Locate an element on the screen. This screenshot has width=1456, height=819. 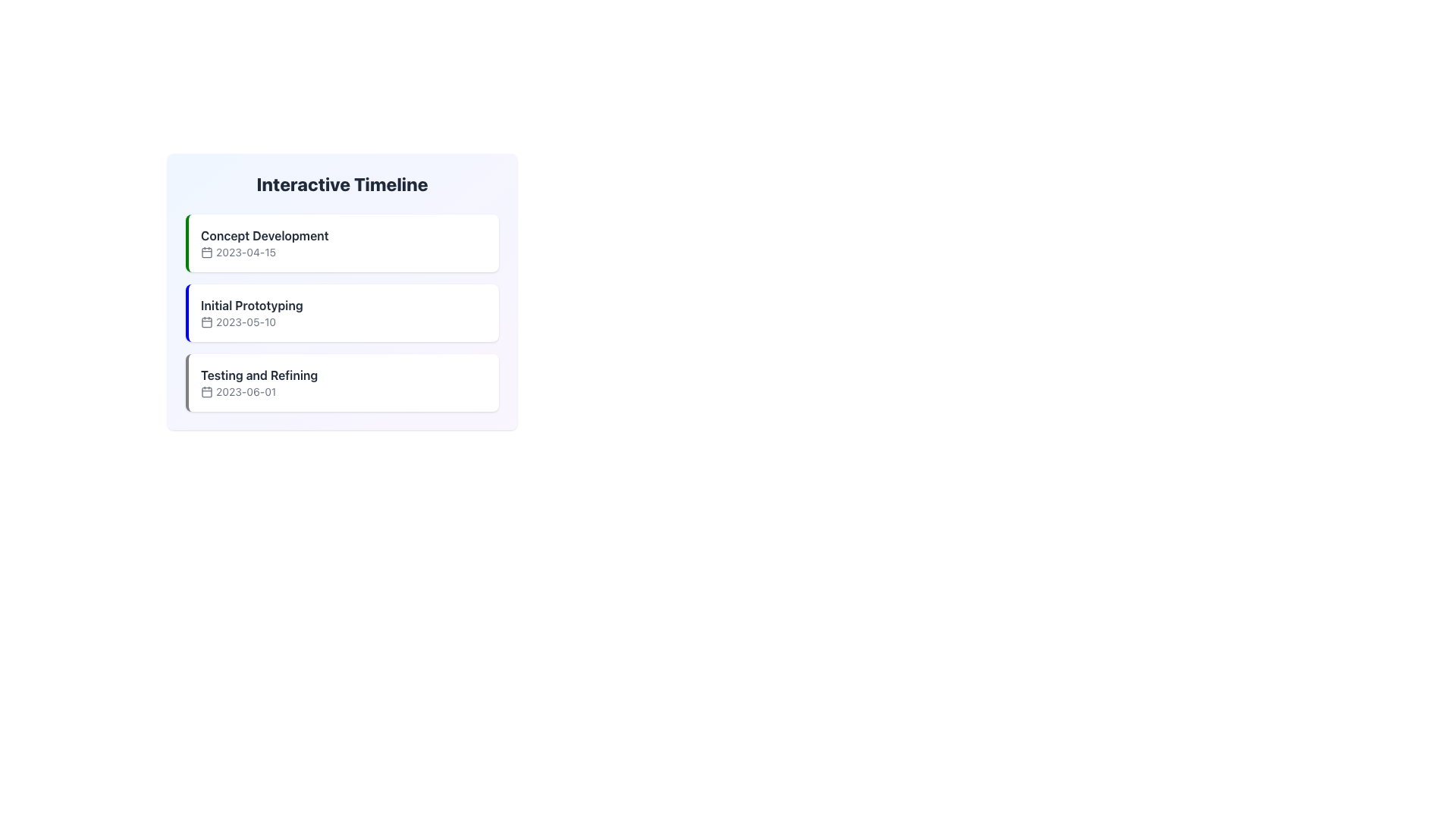
the text element displaying the date '2023-04-15' with a small calendar icon, located below the 'Concept Development' header is located at coordinates (265, 251).